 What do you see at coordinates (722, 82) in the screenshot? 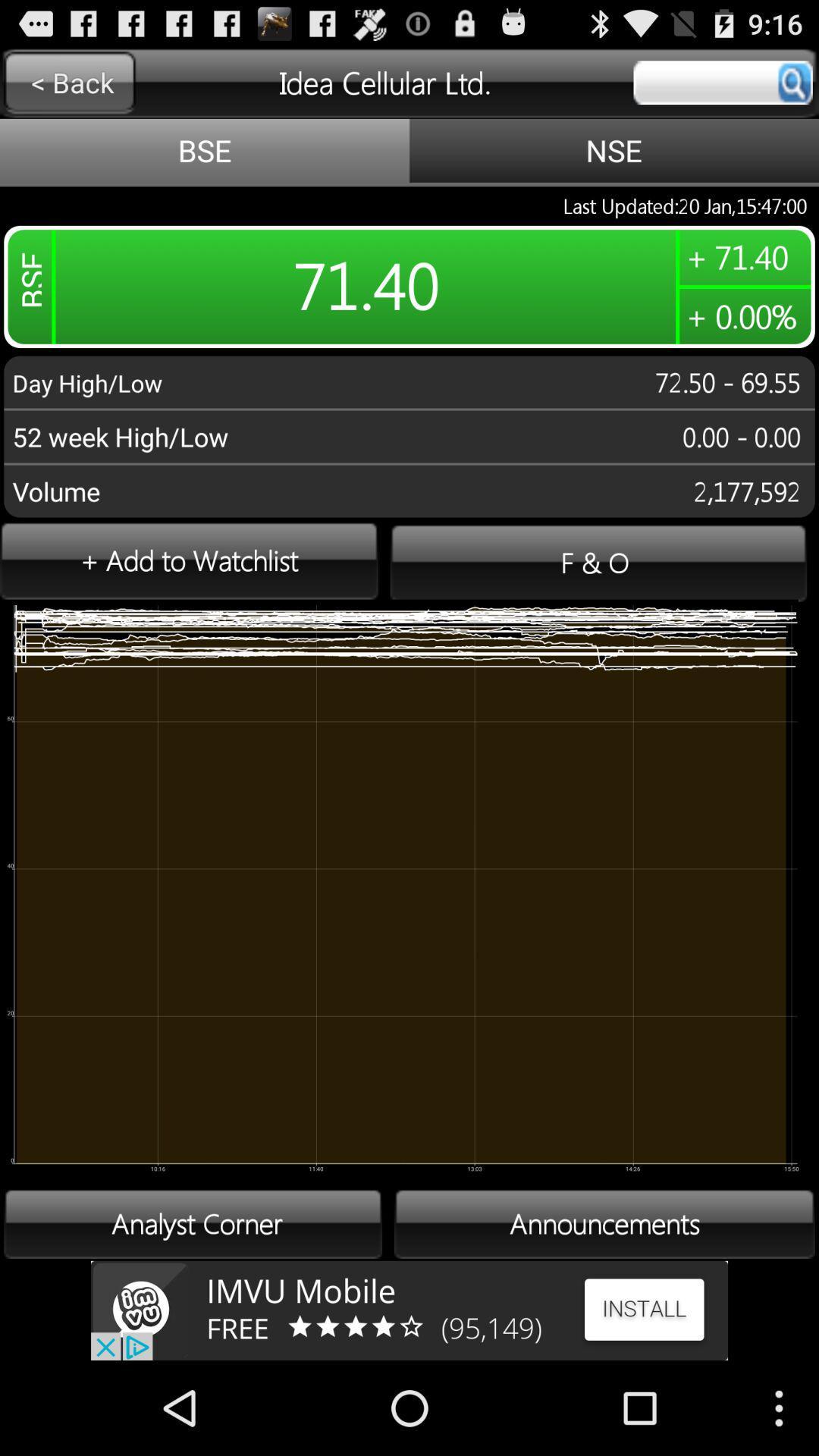
I see `search` at bounding box center [722, 82].